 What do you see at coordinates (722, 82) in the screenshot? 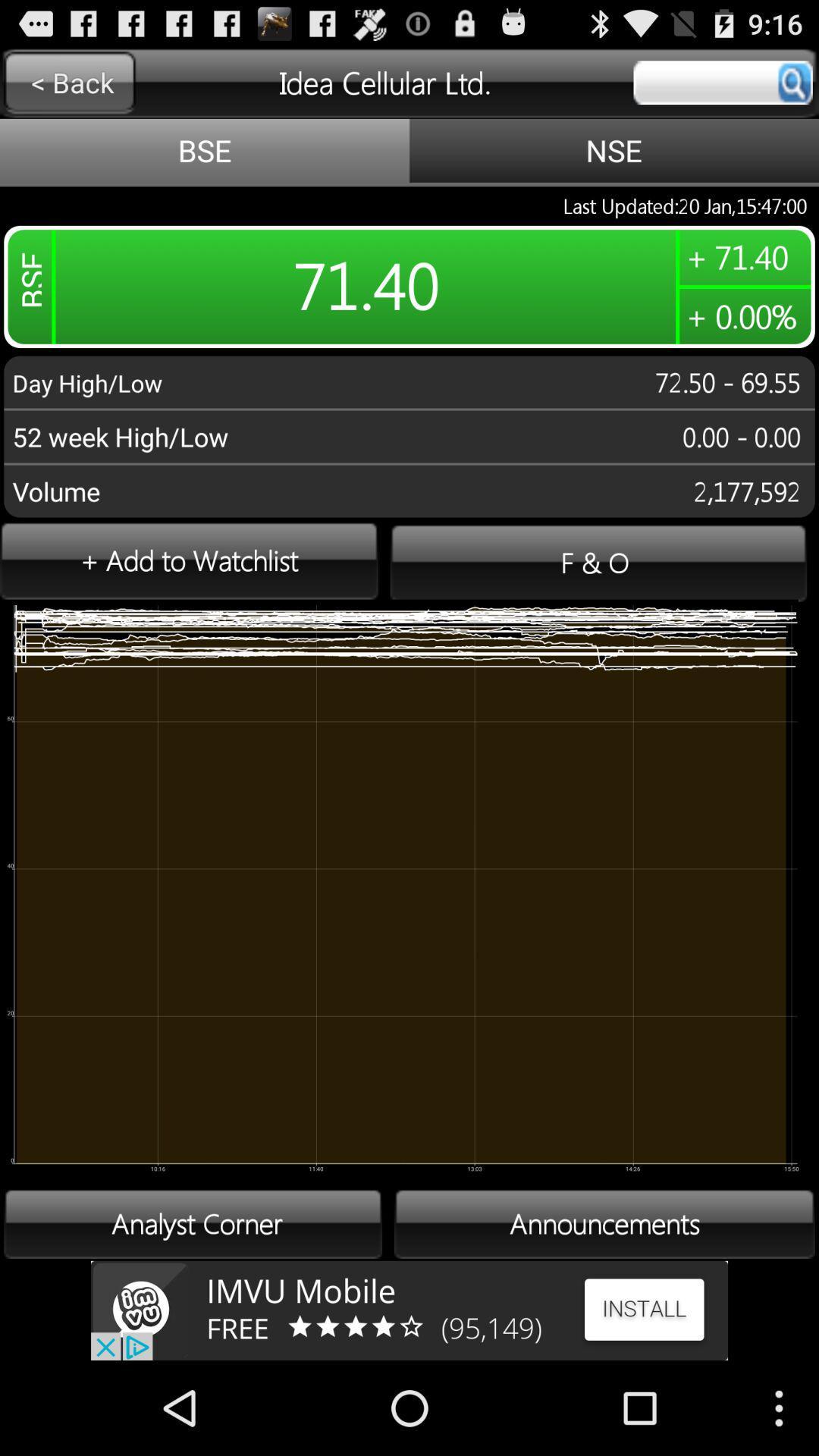
I see `search` at bounding box center [722, 82].